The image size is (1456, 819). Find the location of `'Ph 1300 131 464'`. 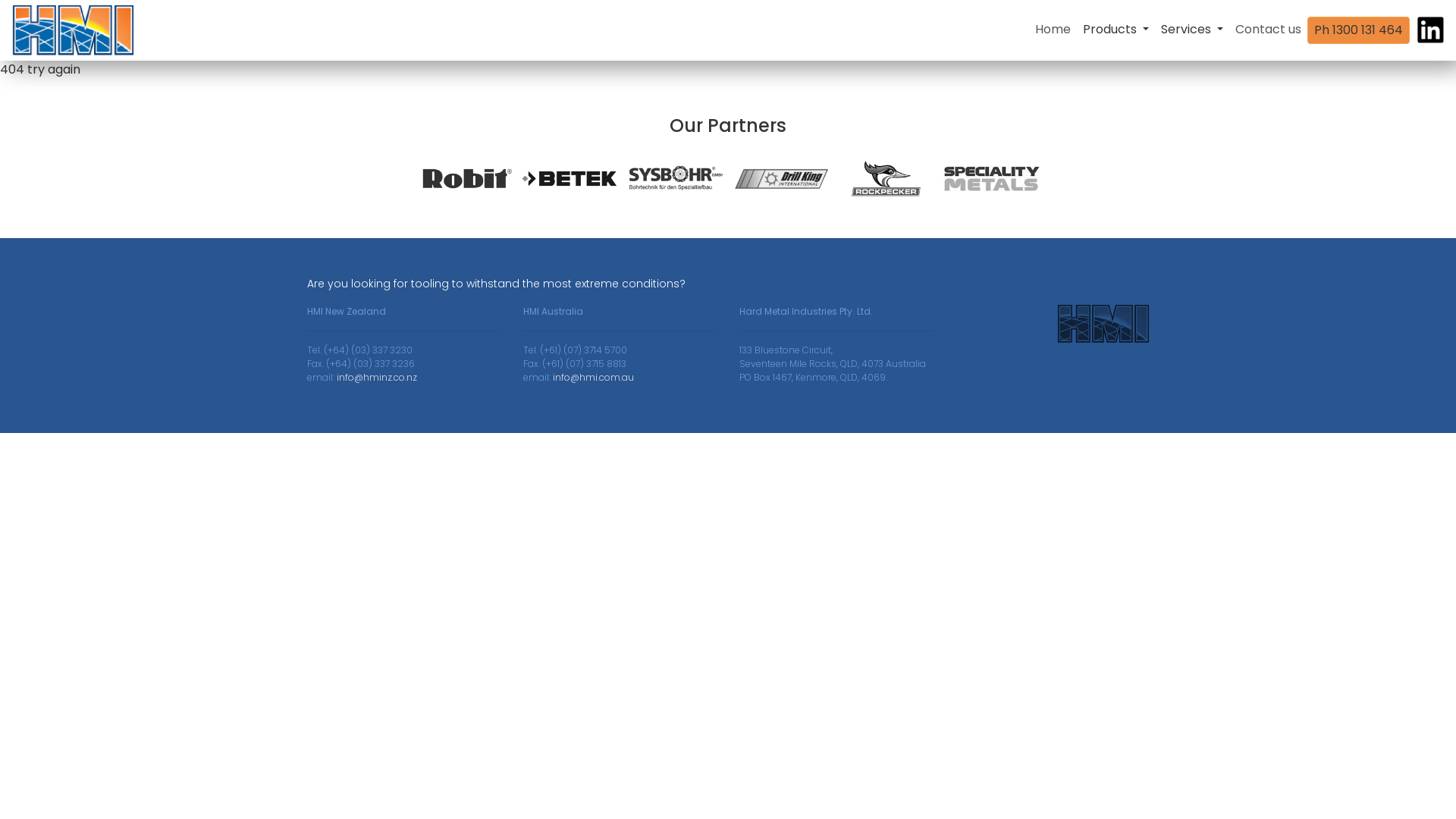

'Ph 1300 131 464' is located at coordinates (1358, 30).